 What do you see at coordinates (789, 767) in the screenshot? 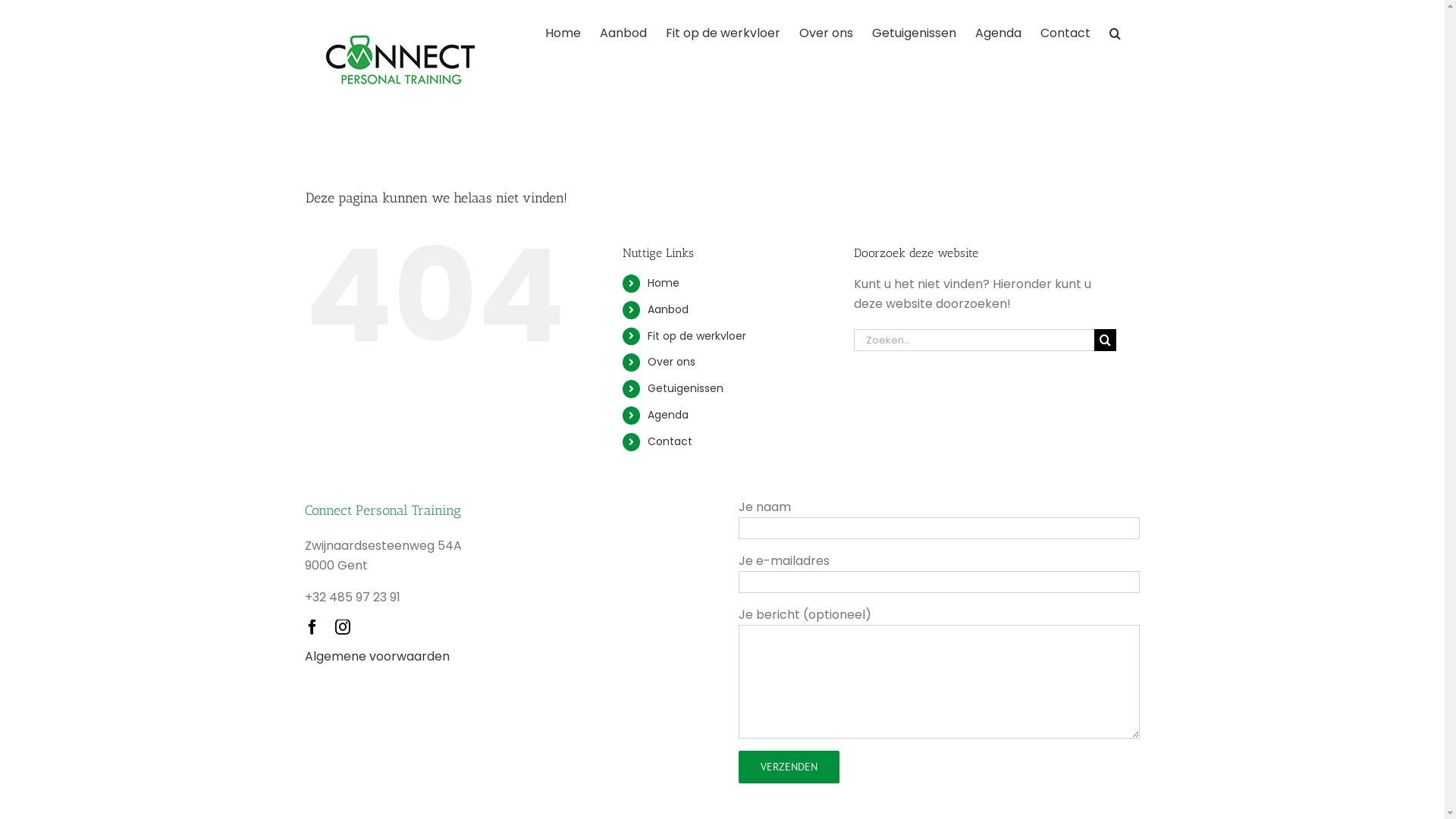
I see `'Verzenden'` at bounding box center [789, 767].